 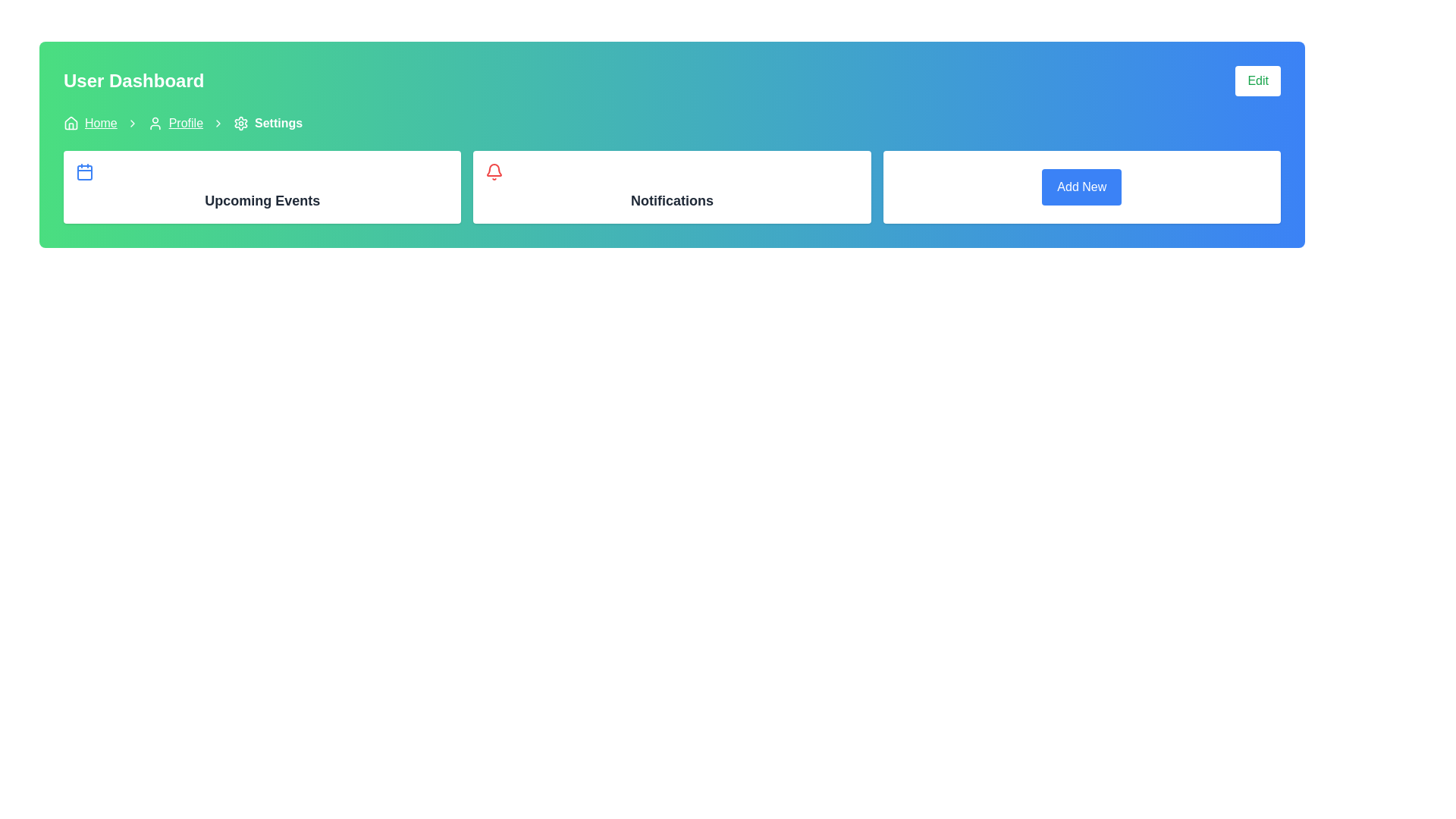 I want to click on the interactive link labeled 'Profile' which consists of a user icon and underlined text, located, so click(x=175, y=122).